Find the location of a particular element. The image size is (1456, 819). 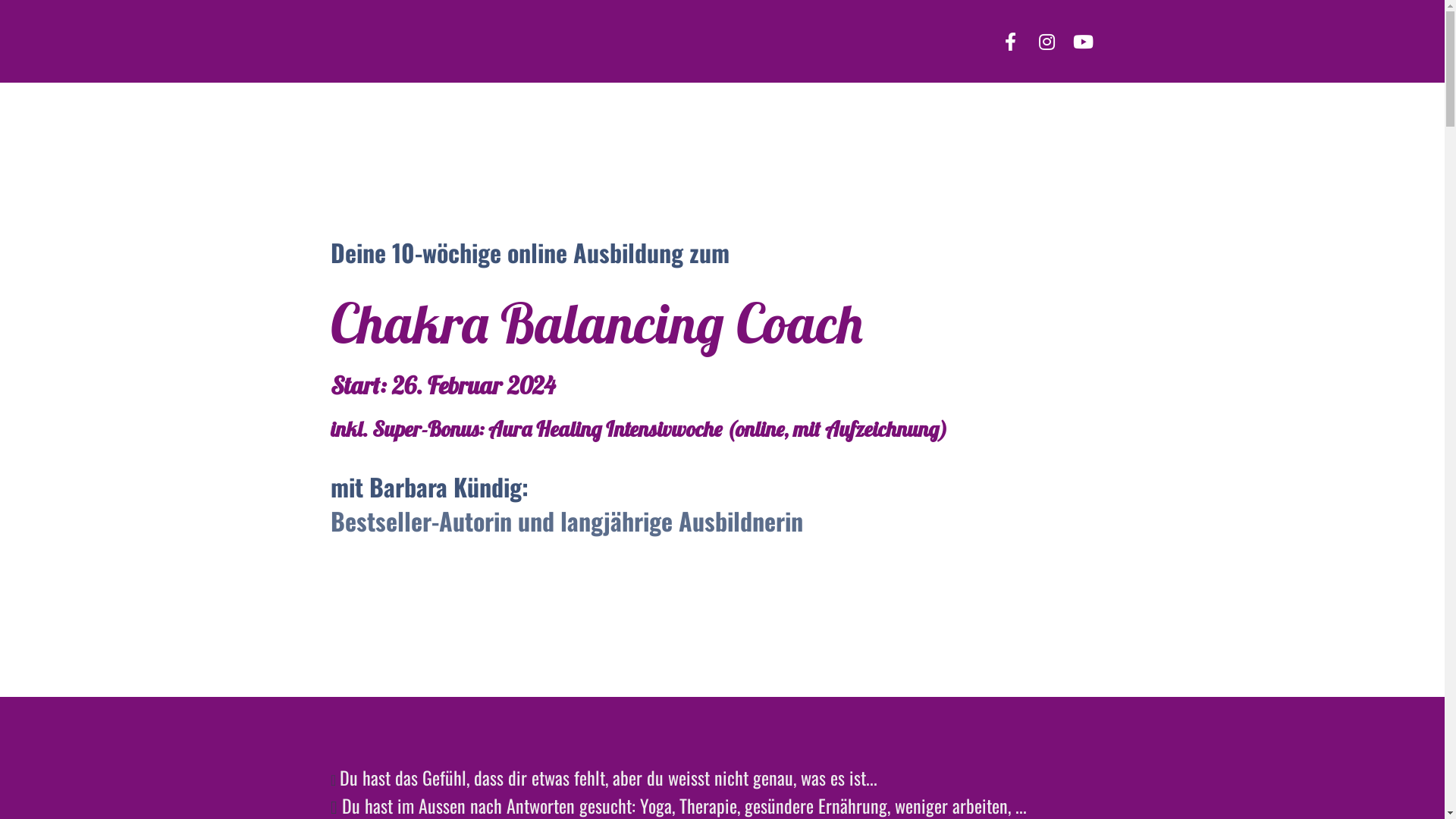

'Share on Facebook' is located at coordinates (1010, 40).